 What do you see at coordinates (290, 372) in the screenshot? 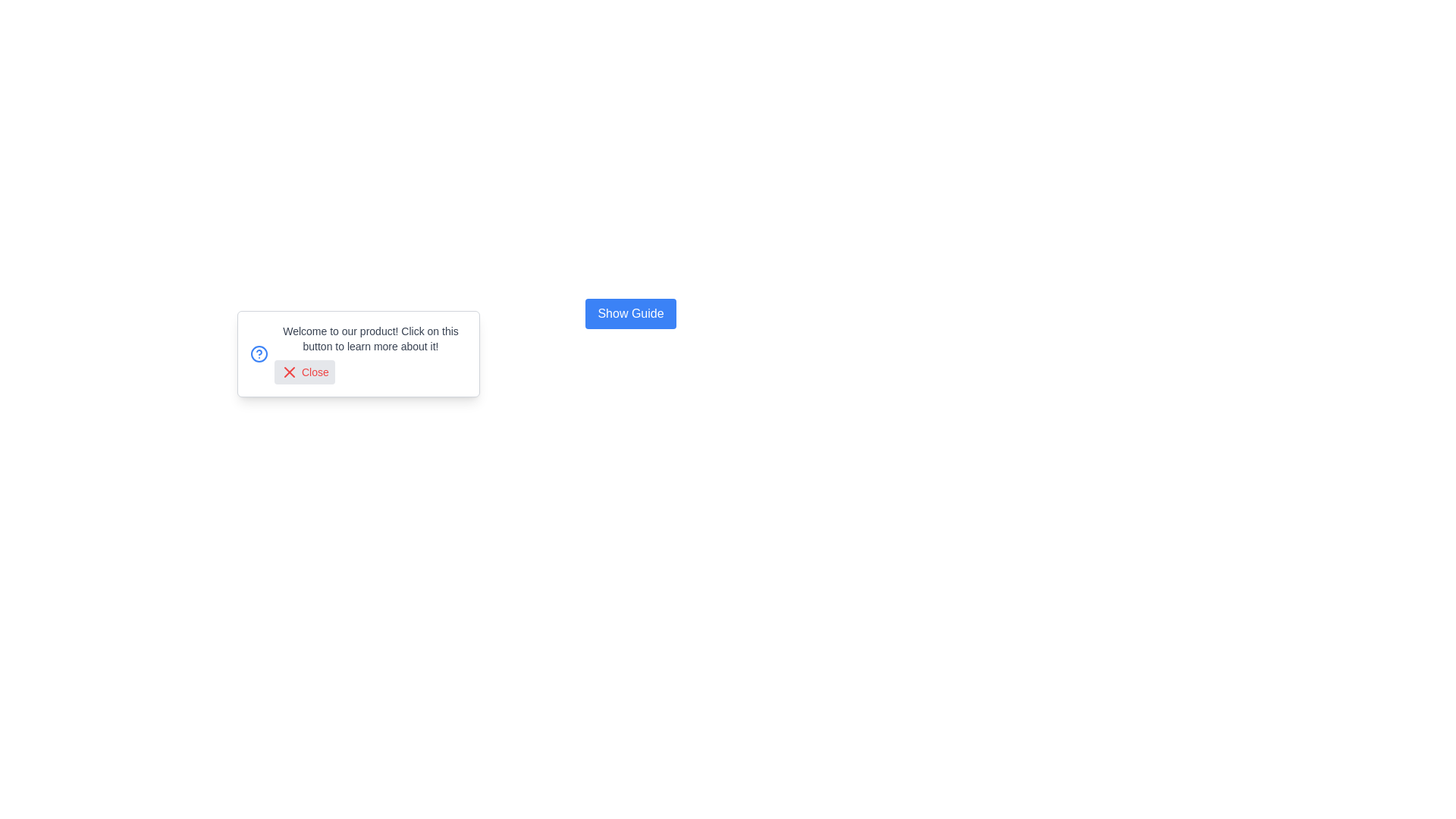
I see `the Close button icon located at the bottom right of the popup message box to trigger potential hover effects` at bounding box center [290, 372].